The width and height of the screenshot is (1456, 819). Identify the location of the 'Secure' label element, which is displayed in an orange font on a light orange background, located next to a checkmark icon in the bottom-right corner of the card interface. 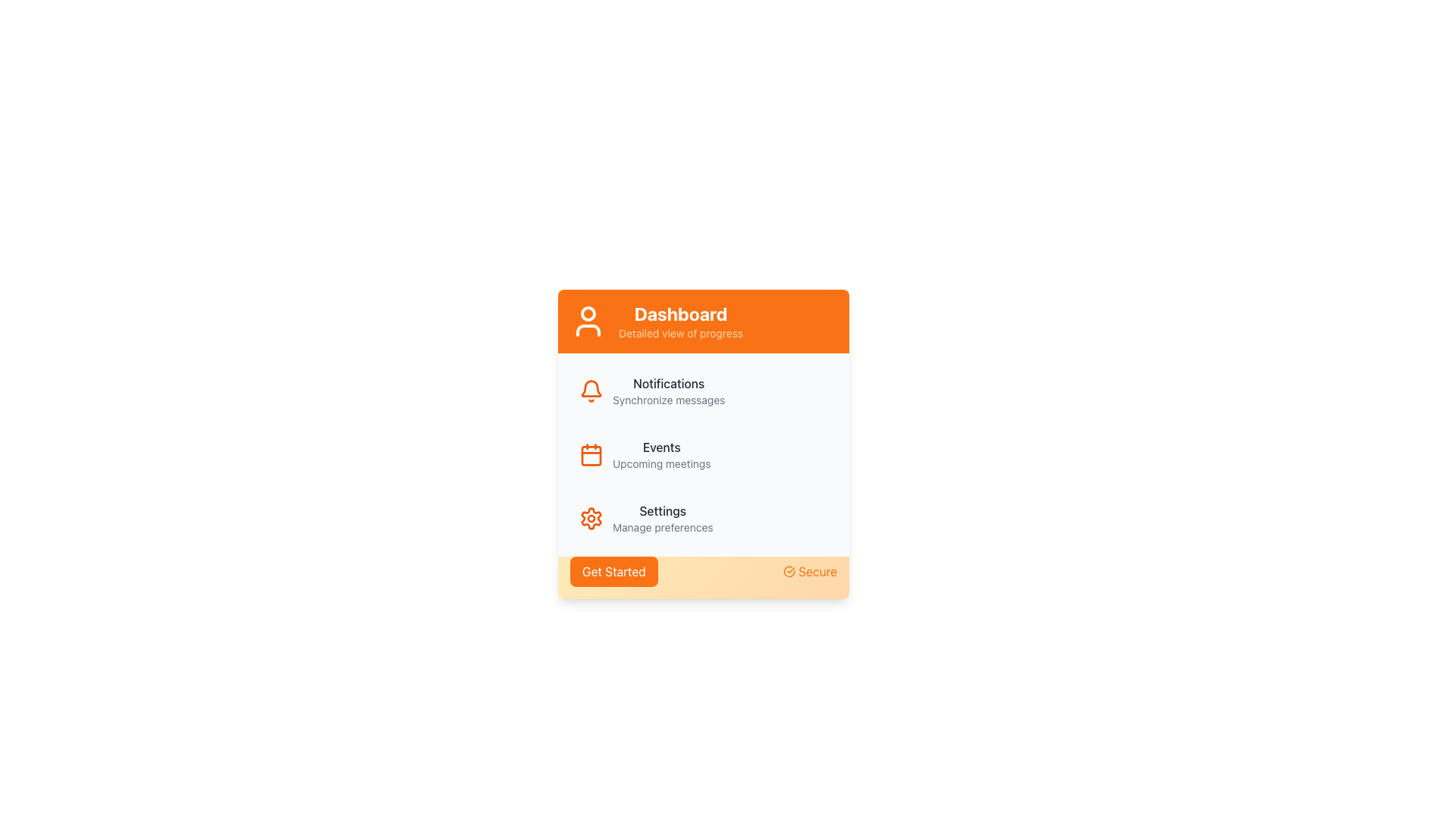
(817, 571).